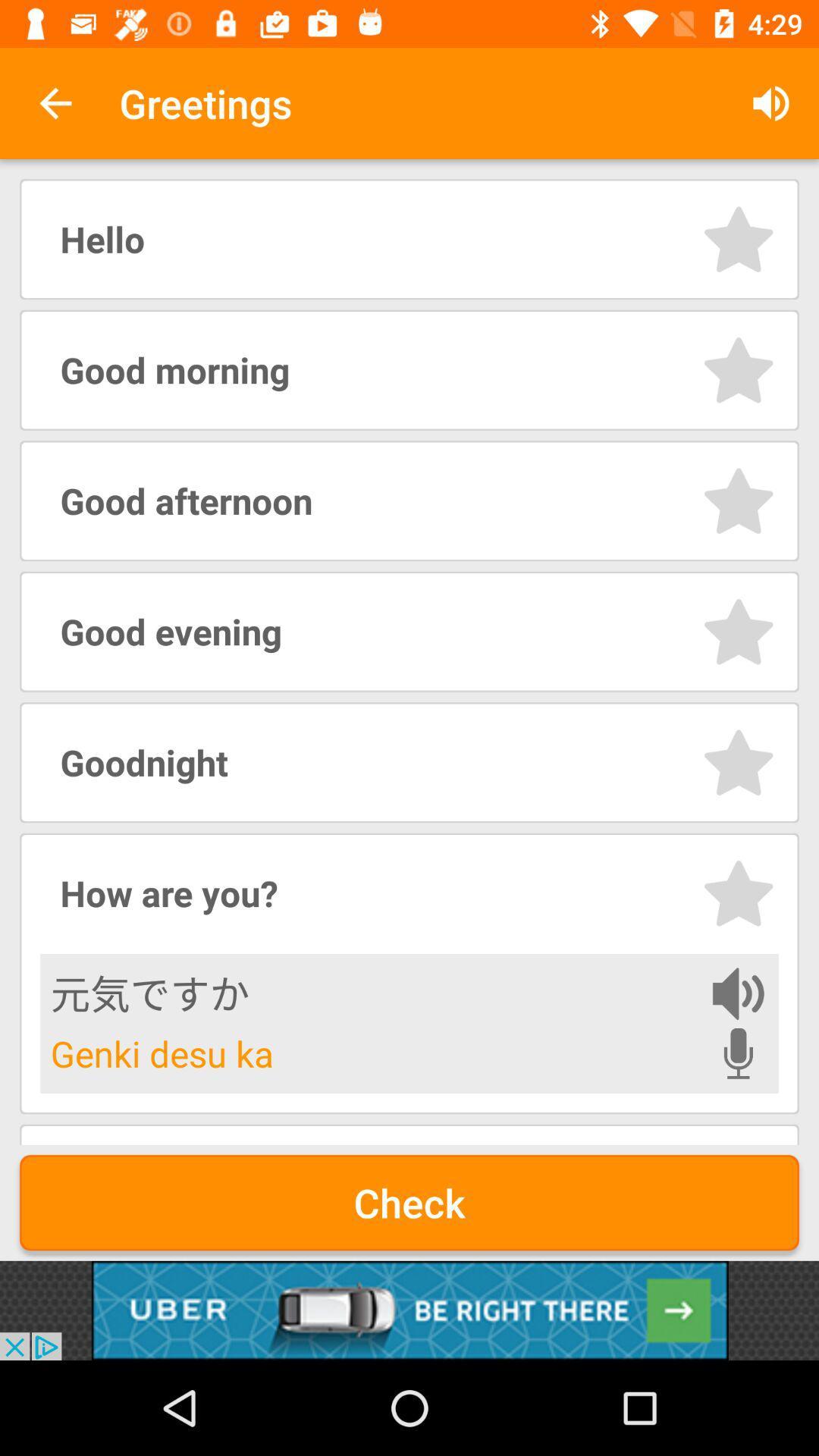 This screenshot has width=819, height=1456. What do you see at coordinates (409, 1310) in the screenshot?
I see `click advertisement` at bounding box center [409, 1310].